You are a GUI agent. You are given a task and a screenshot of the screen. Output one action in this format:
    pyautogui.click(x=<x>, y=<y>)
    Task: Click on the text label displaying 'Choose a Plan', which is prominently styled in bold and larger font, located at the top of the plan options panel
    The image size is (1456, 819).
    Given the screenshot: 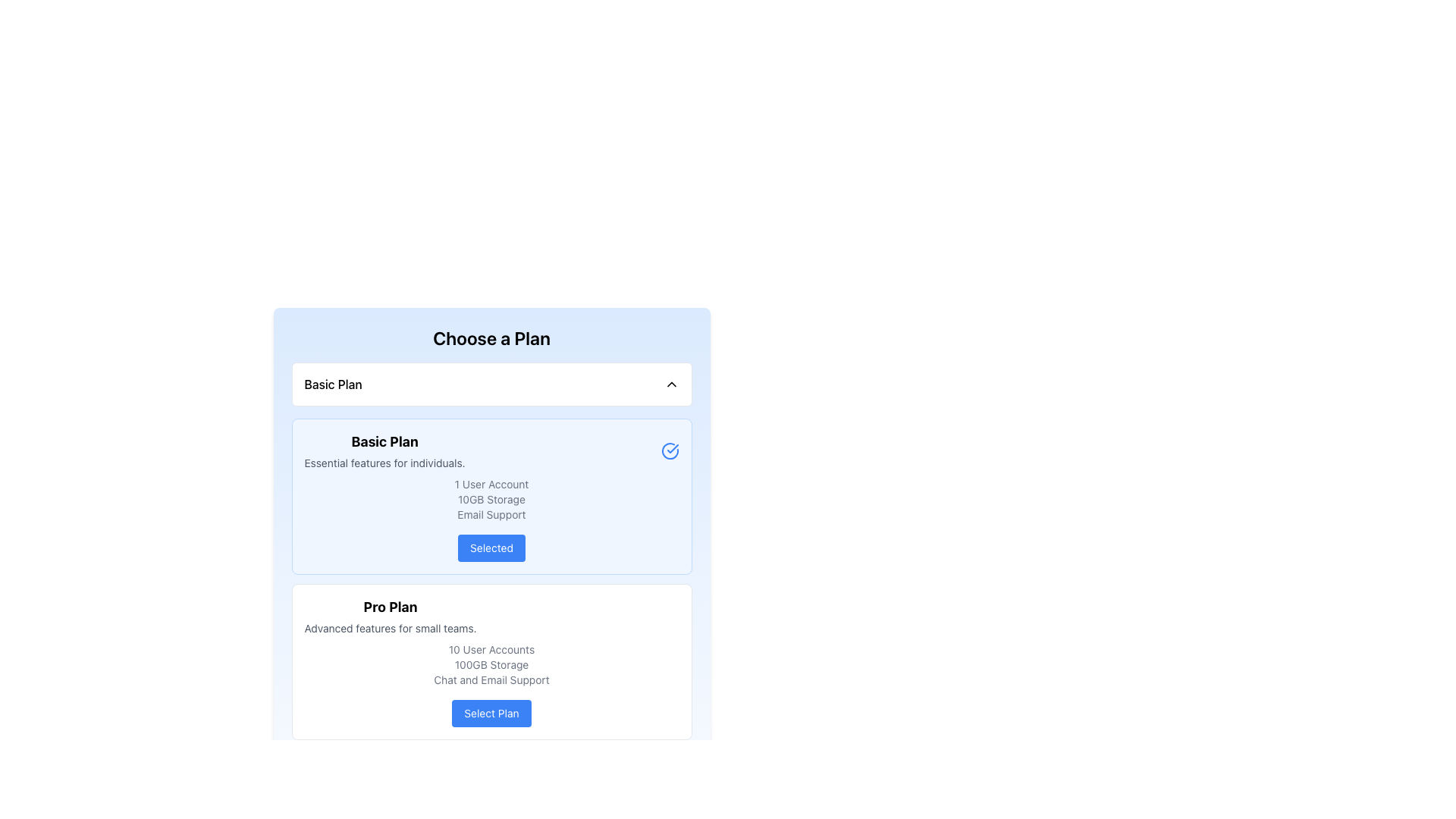 What is the action you would take?
    pyautogui.click(x=491, y=337)
    